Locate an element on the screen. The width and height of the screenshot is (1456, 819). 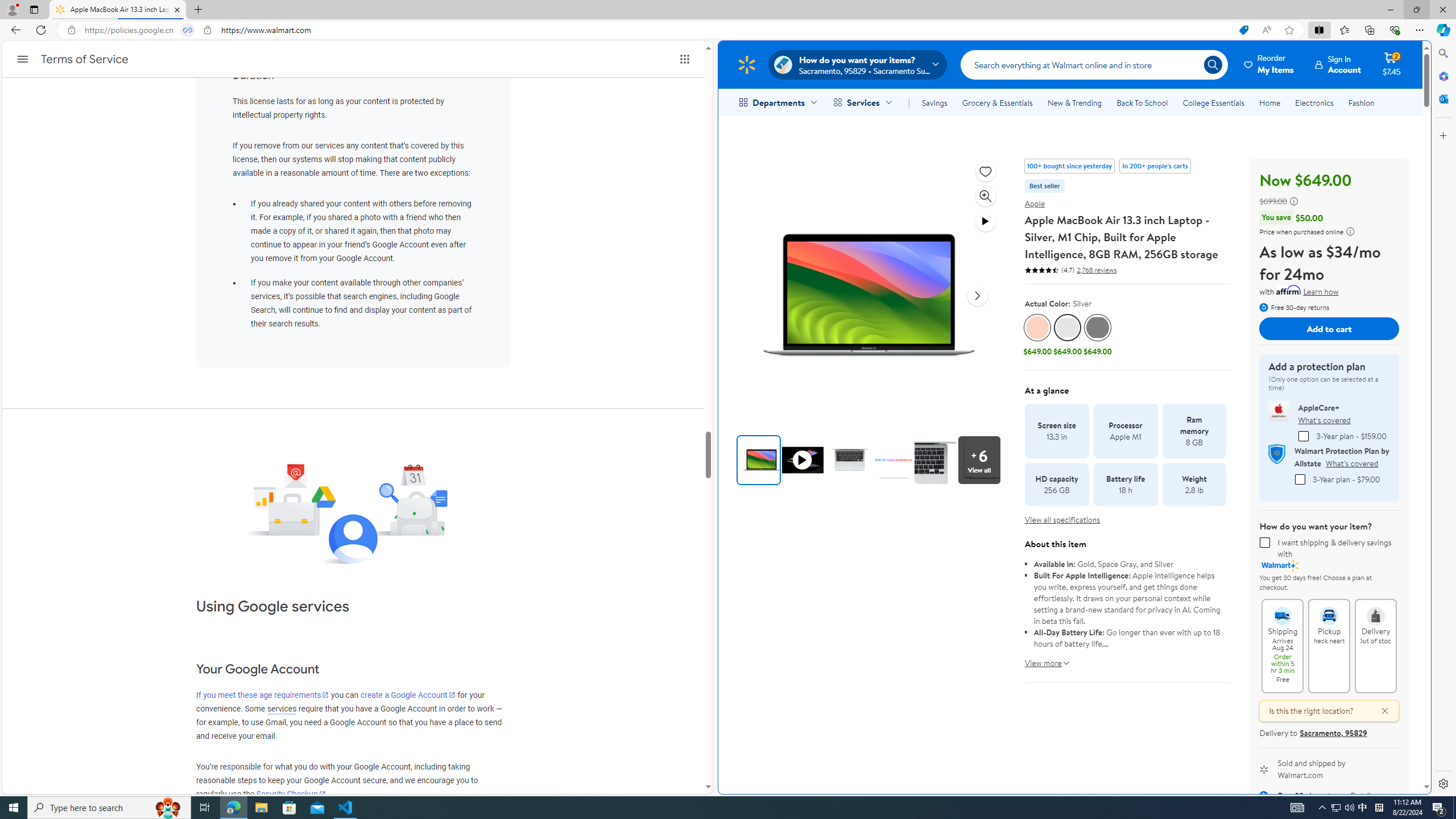
'Apple' is located at coordinates (1035, 203).